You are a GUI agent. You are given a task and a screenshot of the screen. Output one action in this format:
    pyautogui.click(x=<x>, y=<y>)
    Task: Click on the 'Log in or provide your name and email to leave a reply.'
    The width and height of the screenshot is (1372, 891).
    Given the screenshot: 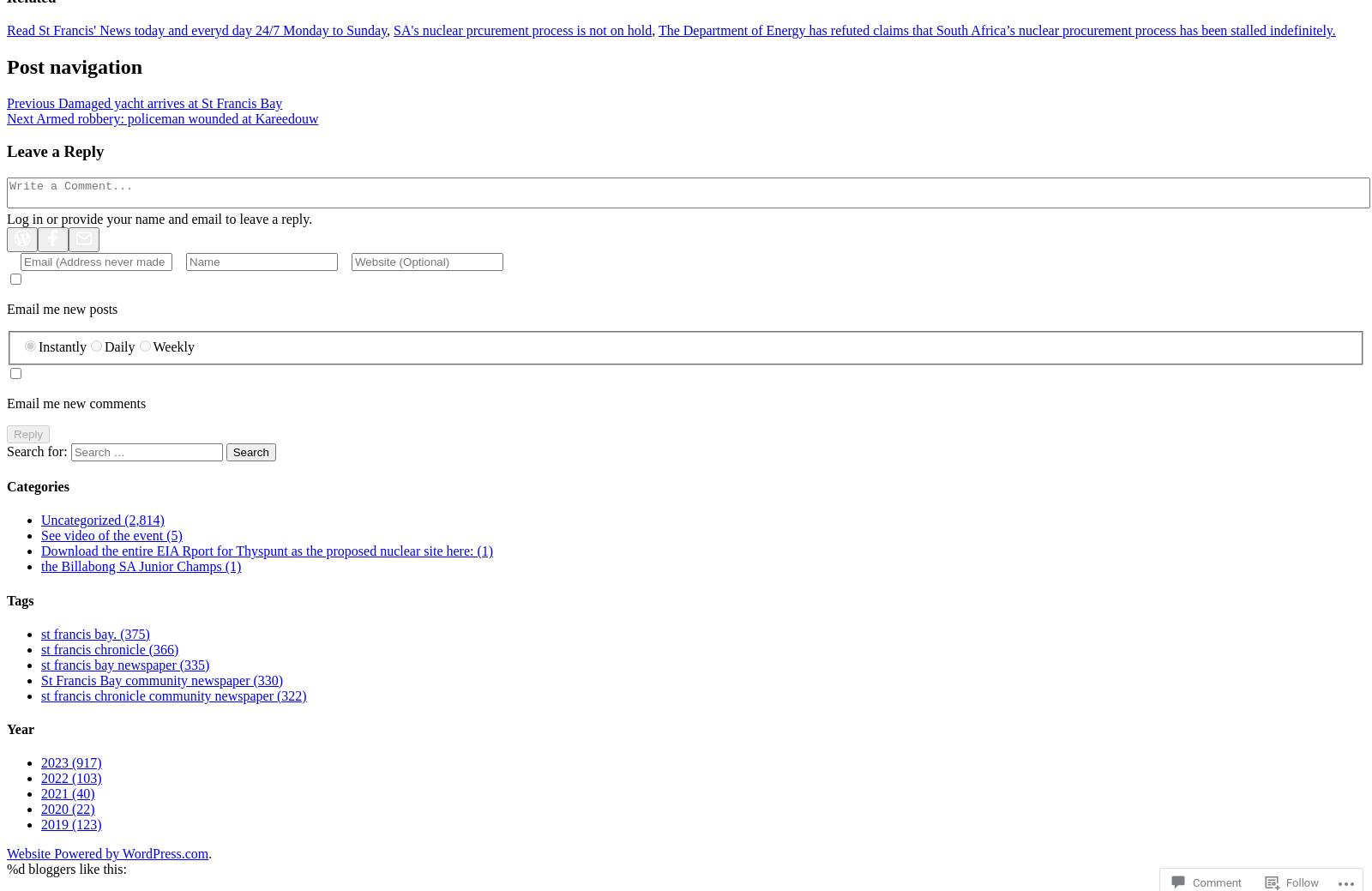 What is the action you would take?
    pyautogui.click(x=159, y=219)
    